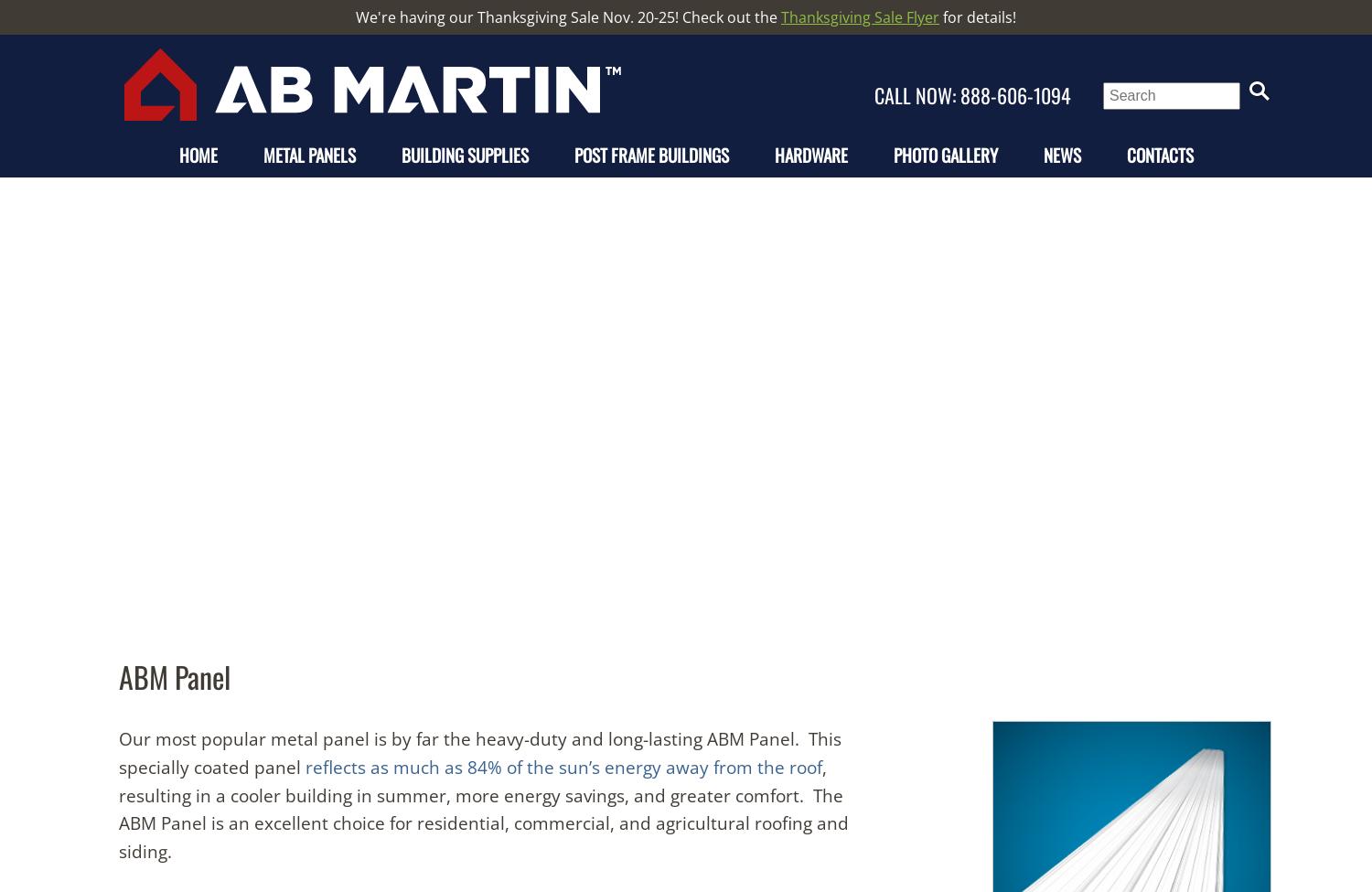 The width and height of the screenshot is (1372, 892). What do you see at coordinates (859, 17) in the screenshot?
I see `'Thanksgiving Sale Flyer'` at bounding box center [859, 17].